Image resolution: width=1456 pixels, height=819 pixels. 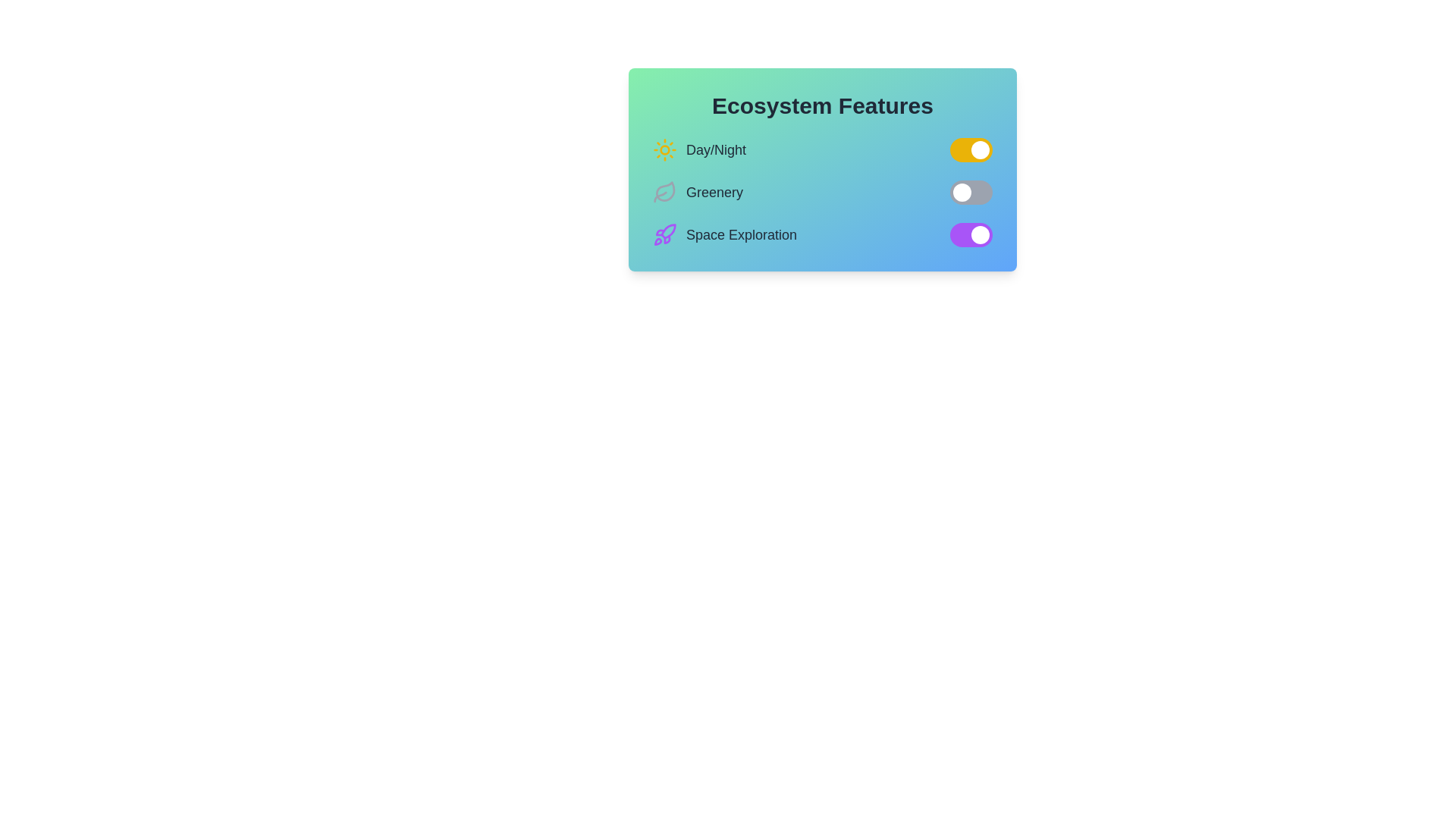 What do you see at coordinates (665, 192) in the screenshot?
I see `the gray leaf-shaped icon that represents nature, located beside the 'Greenery' label in the feature options list` at bounding box center [665, 192].